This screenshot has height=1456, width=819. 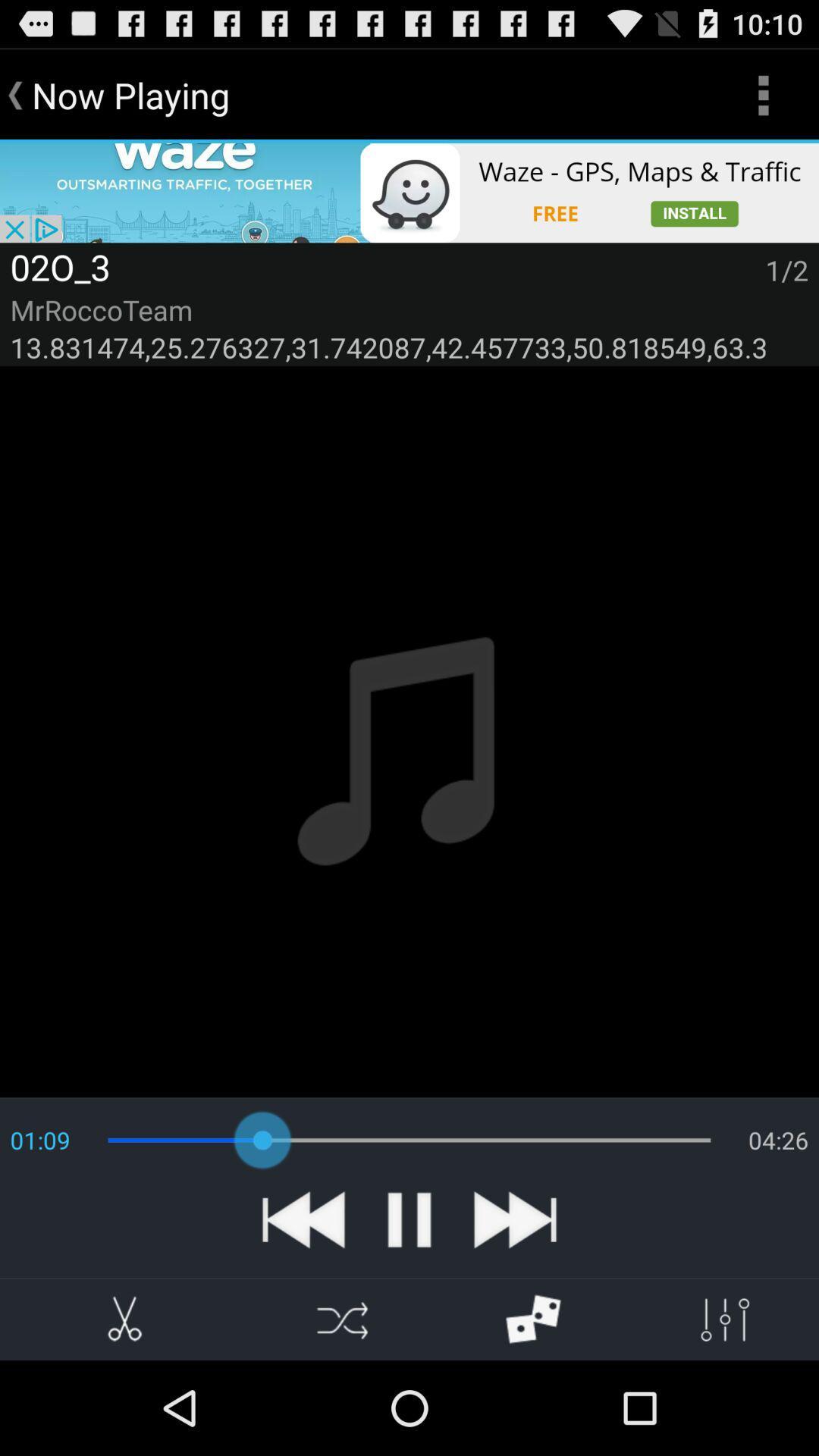 What do you see at coordinates (723, 1411) in the screenshot?
I see `the sliders icon` at bounding box center [723, 1411].